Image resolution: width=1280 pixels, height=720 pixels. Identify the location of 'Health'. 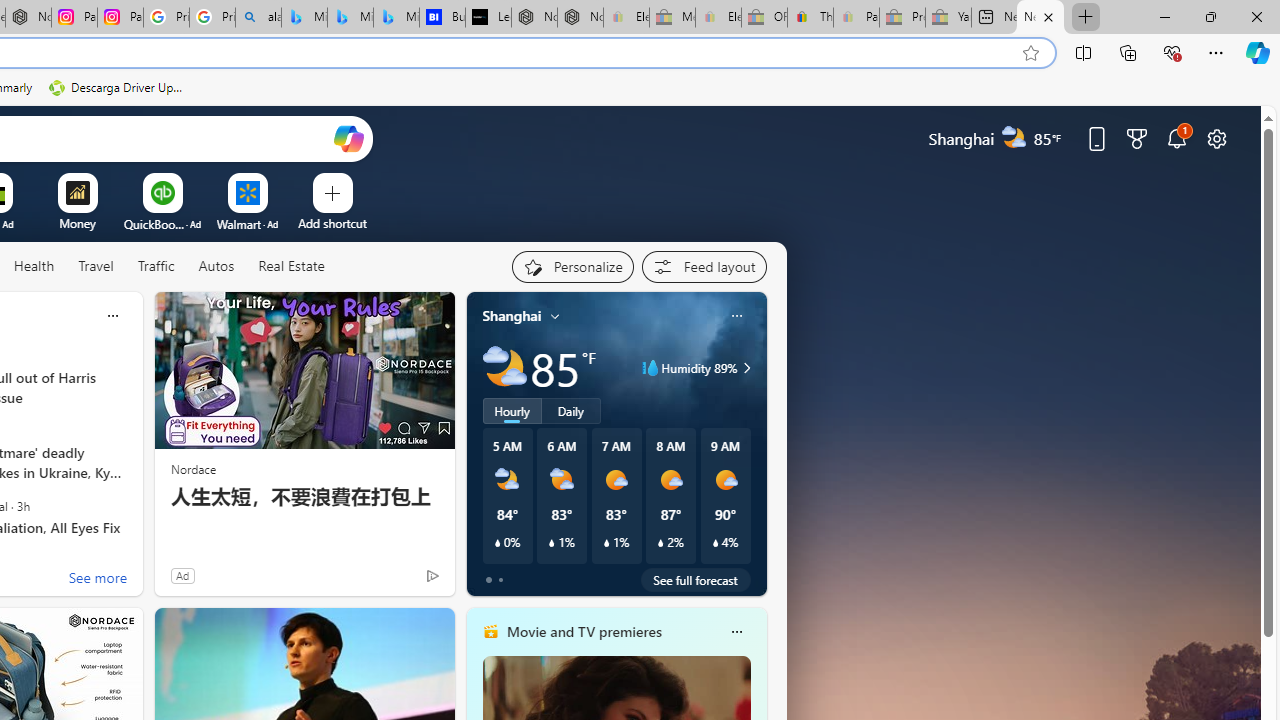
(33, 266).